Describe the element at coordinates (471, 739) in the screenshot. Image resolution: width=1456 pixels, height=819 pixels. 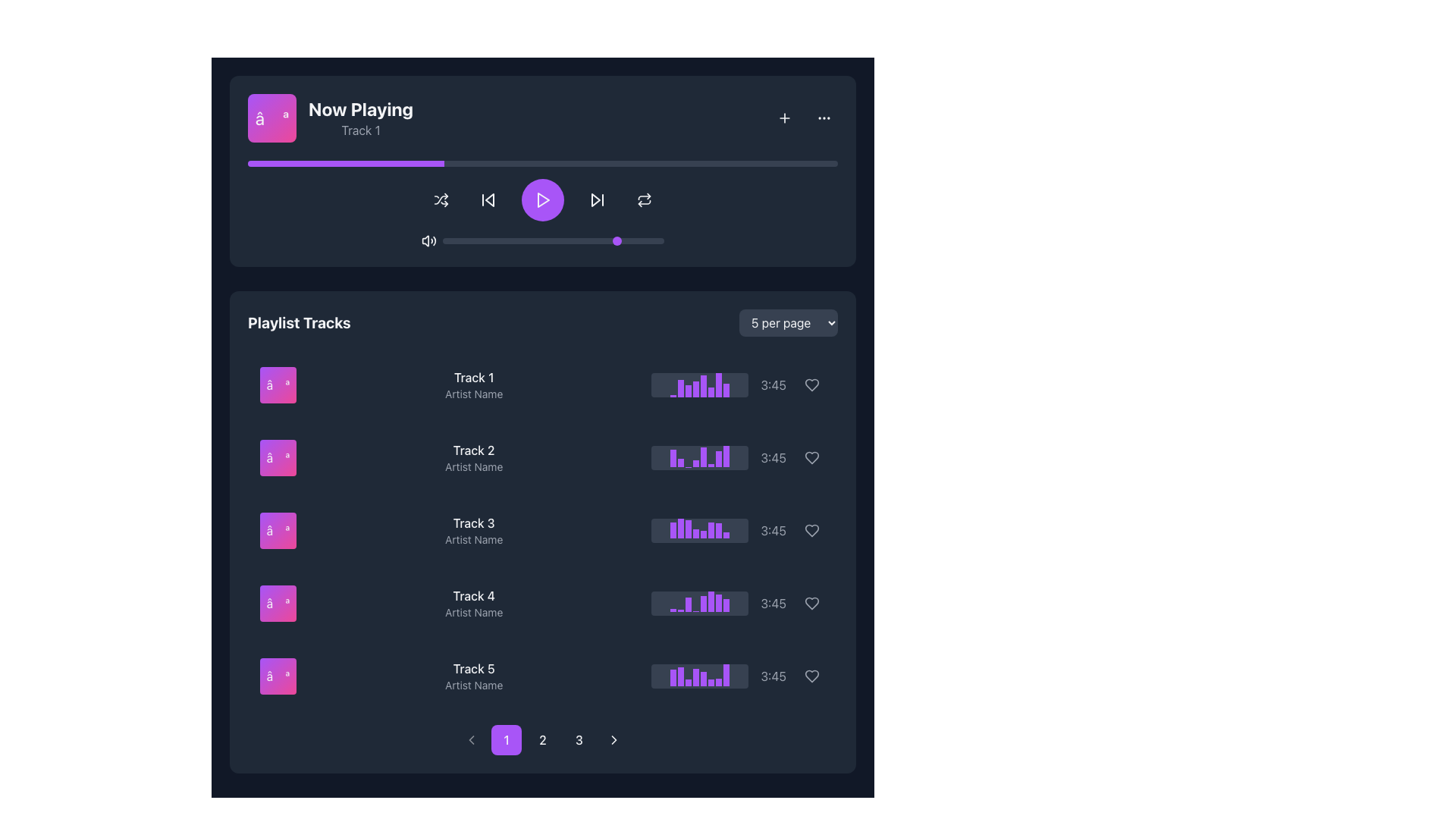
I see `the navigational icon button located at the bottom left of the pagination section` at that location.